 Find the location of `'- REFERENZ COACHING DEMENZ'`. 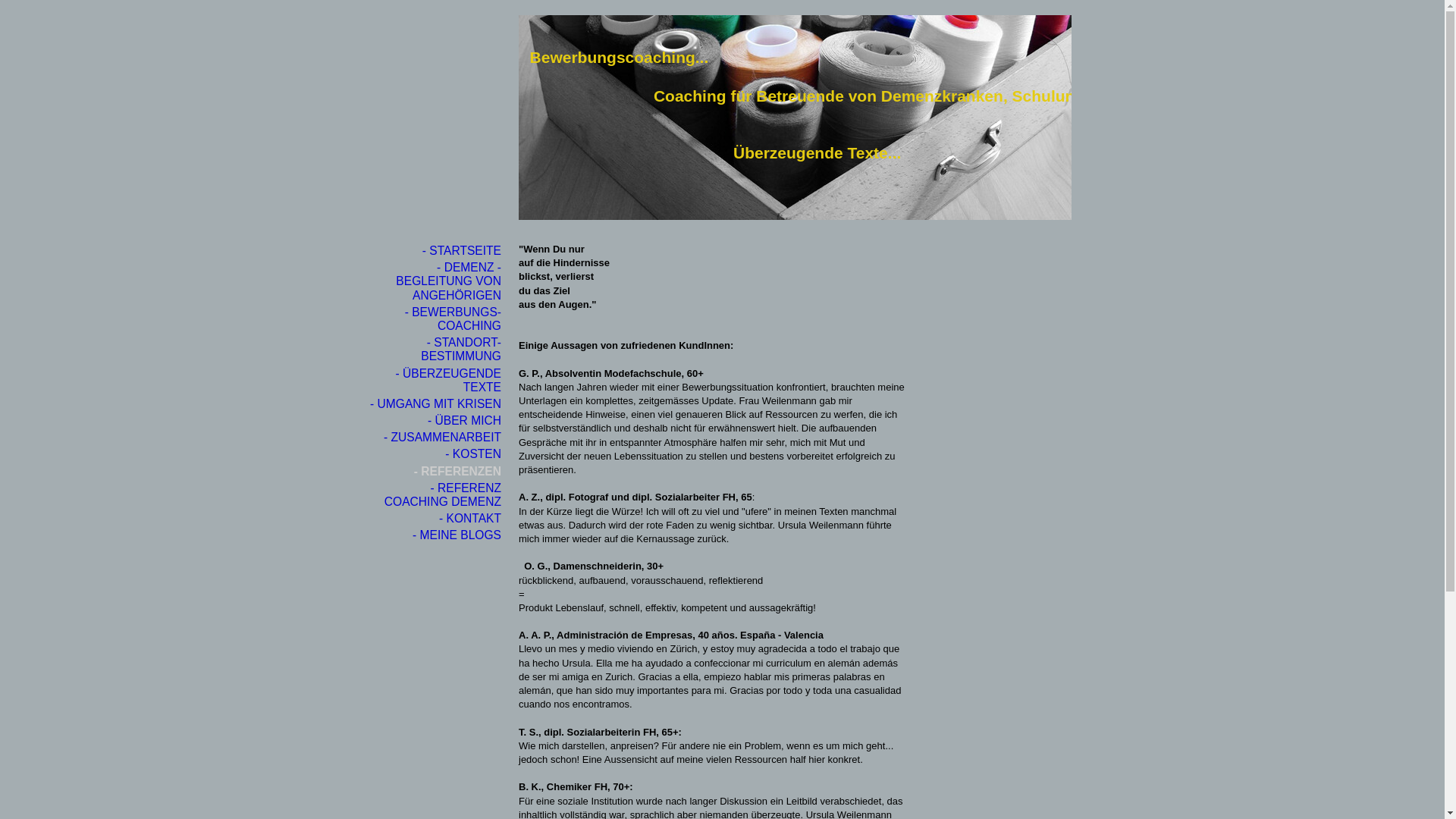

'- REFERENZ COACHING DEMENZ' is located at coordinates (435, 494).